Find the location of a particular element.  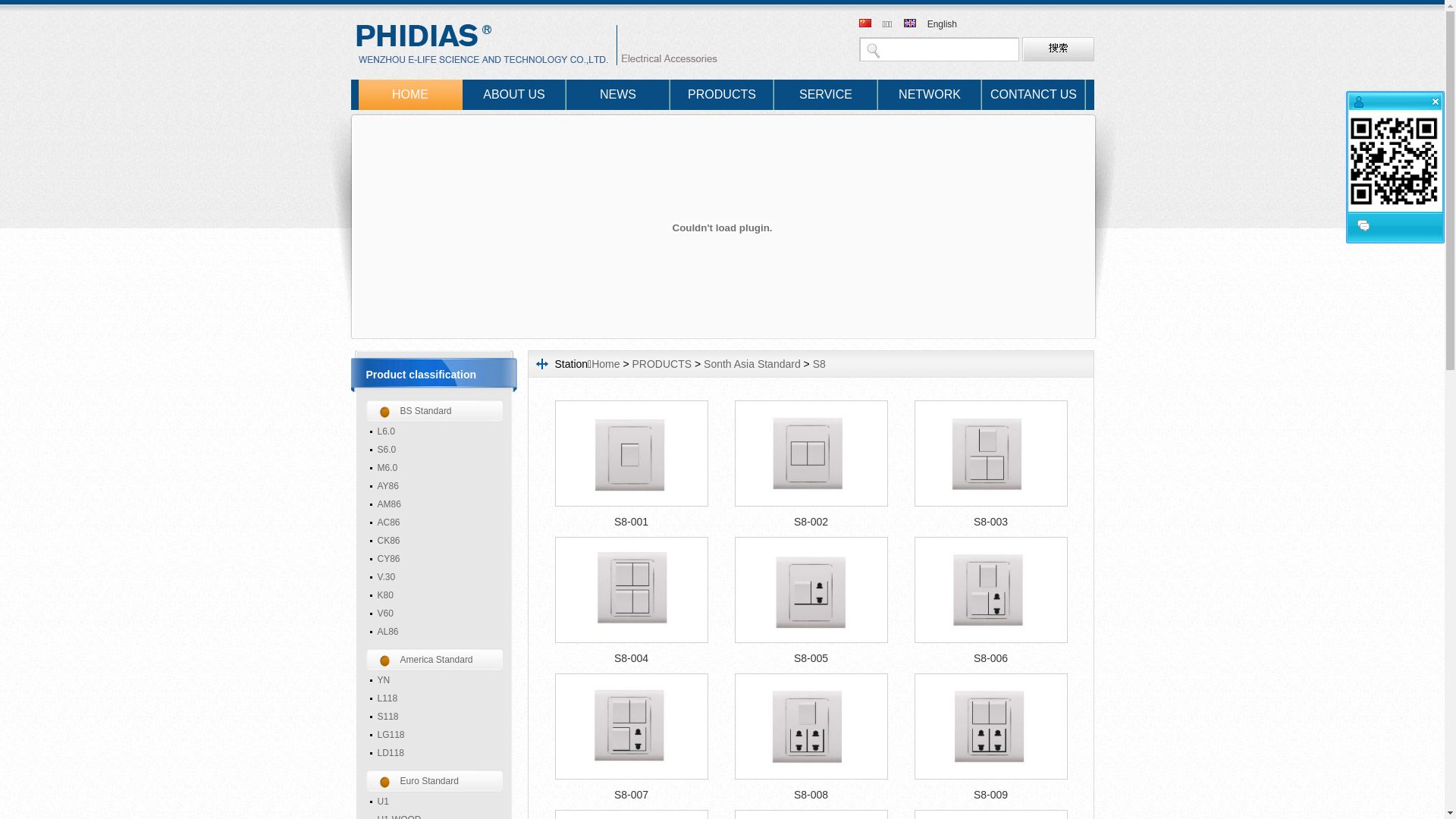

'V60' is located at coordinates (435, 613).